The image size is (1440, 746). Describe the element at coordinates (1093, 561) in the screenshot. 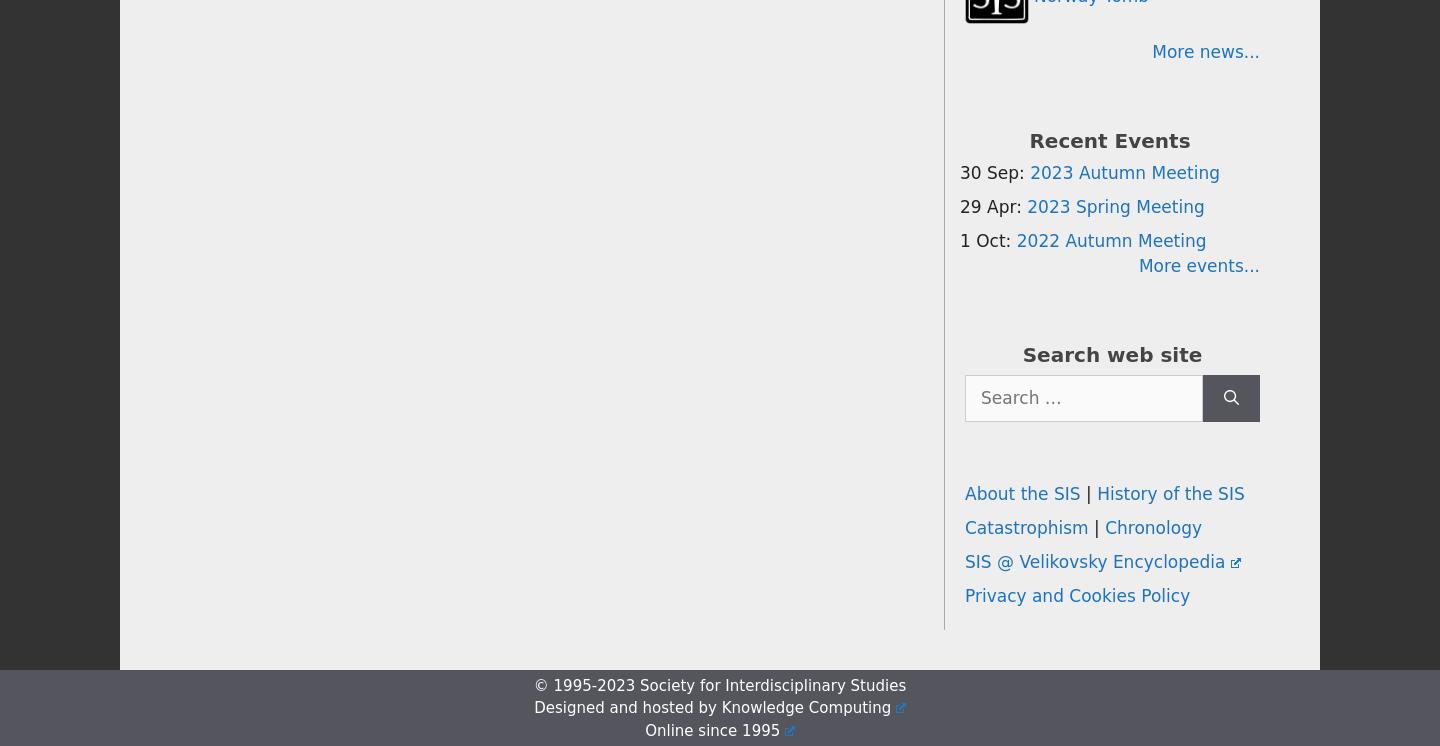

I see `'SIS @ Velikovsky Encyclopedia'` at that location.